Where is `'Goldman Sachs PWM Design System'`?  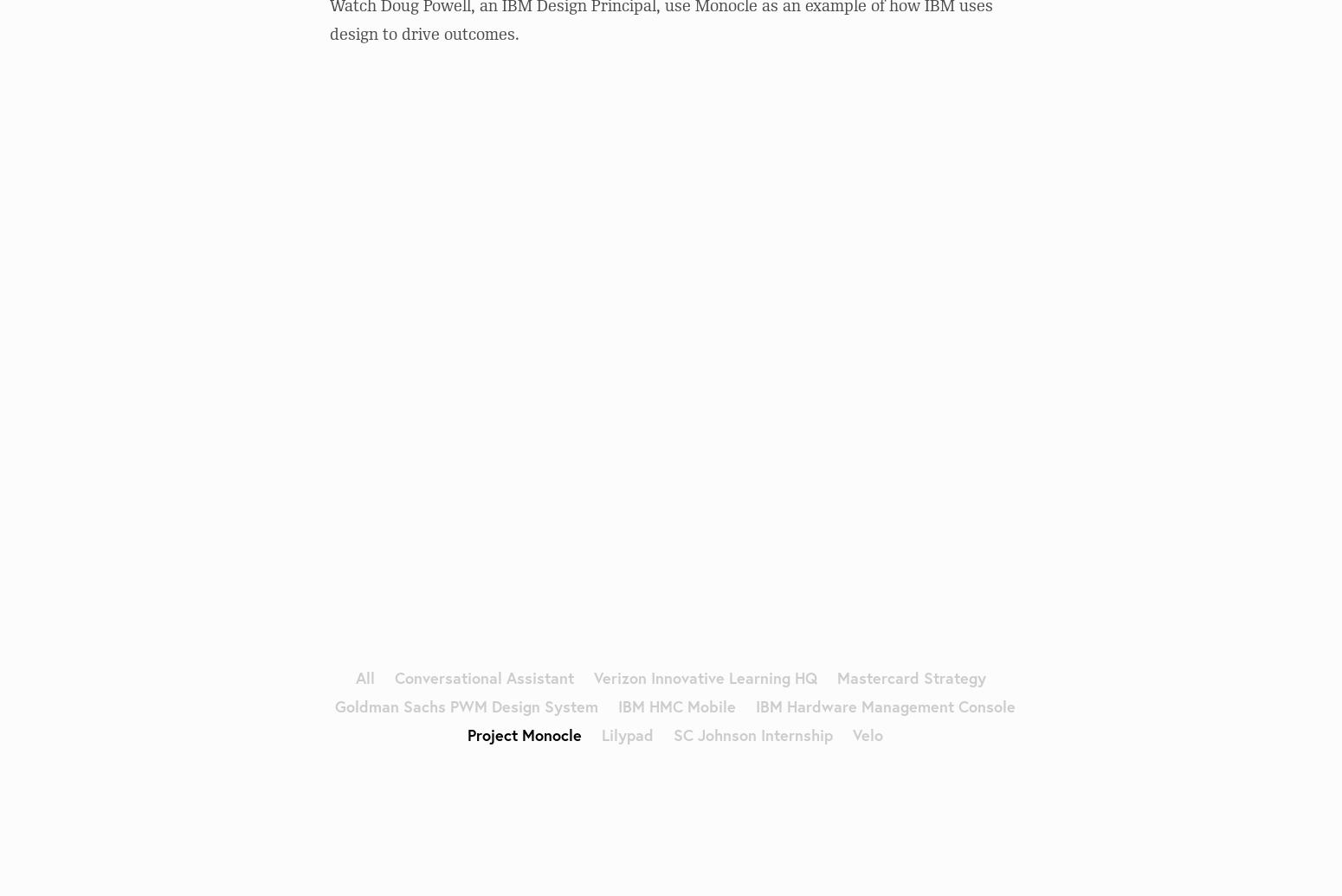
'Goldman Sachs PWM Design System' is located at coordinates (465, 704).